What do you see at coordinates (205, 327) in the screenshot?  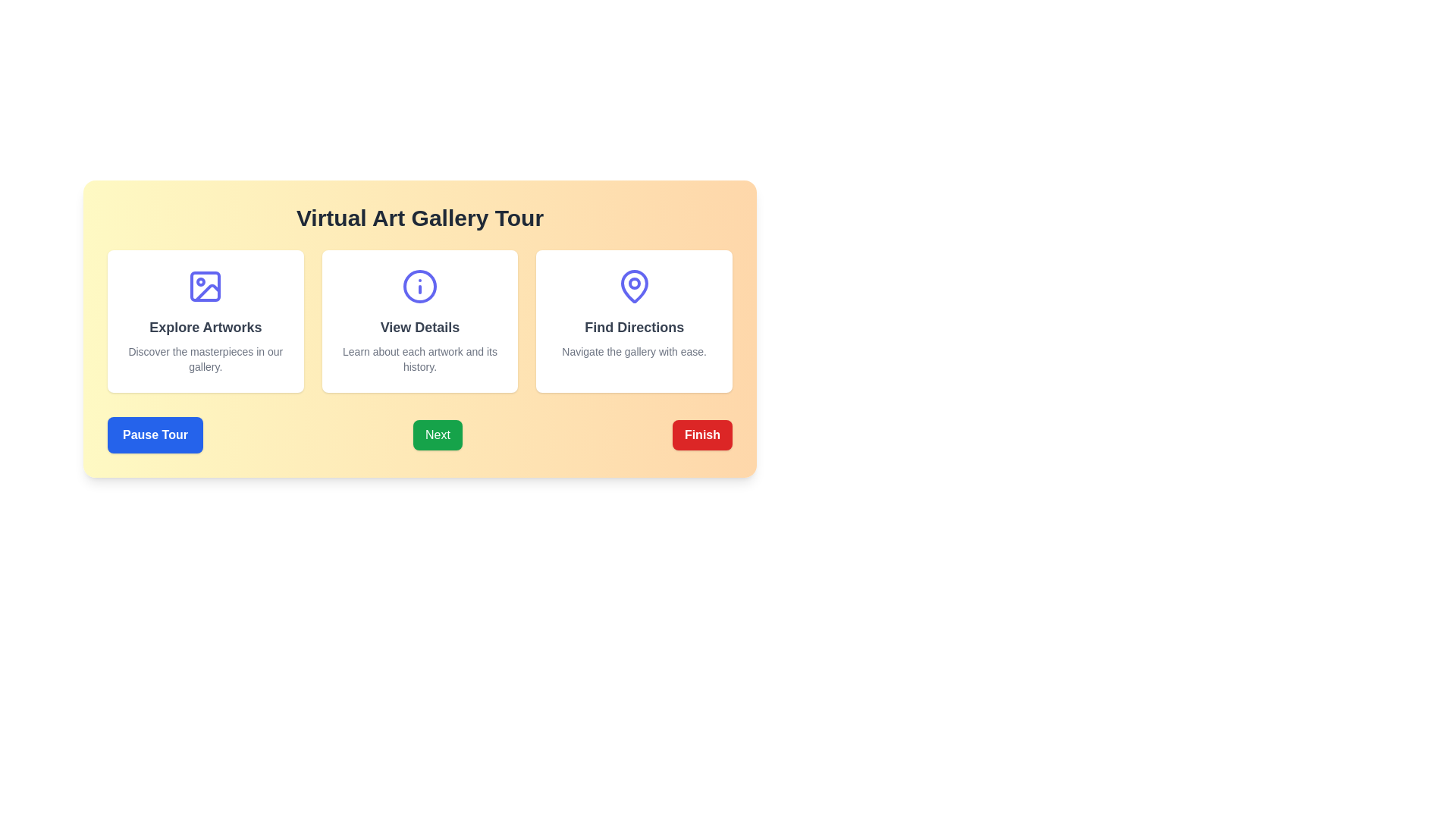 I see `text displayed in the label element that says 'Explore Artworks', which is styled with a large, bold font and centered alignment` at bounding box center [205, 327].